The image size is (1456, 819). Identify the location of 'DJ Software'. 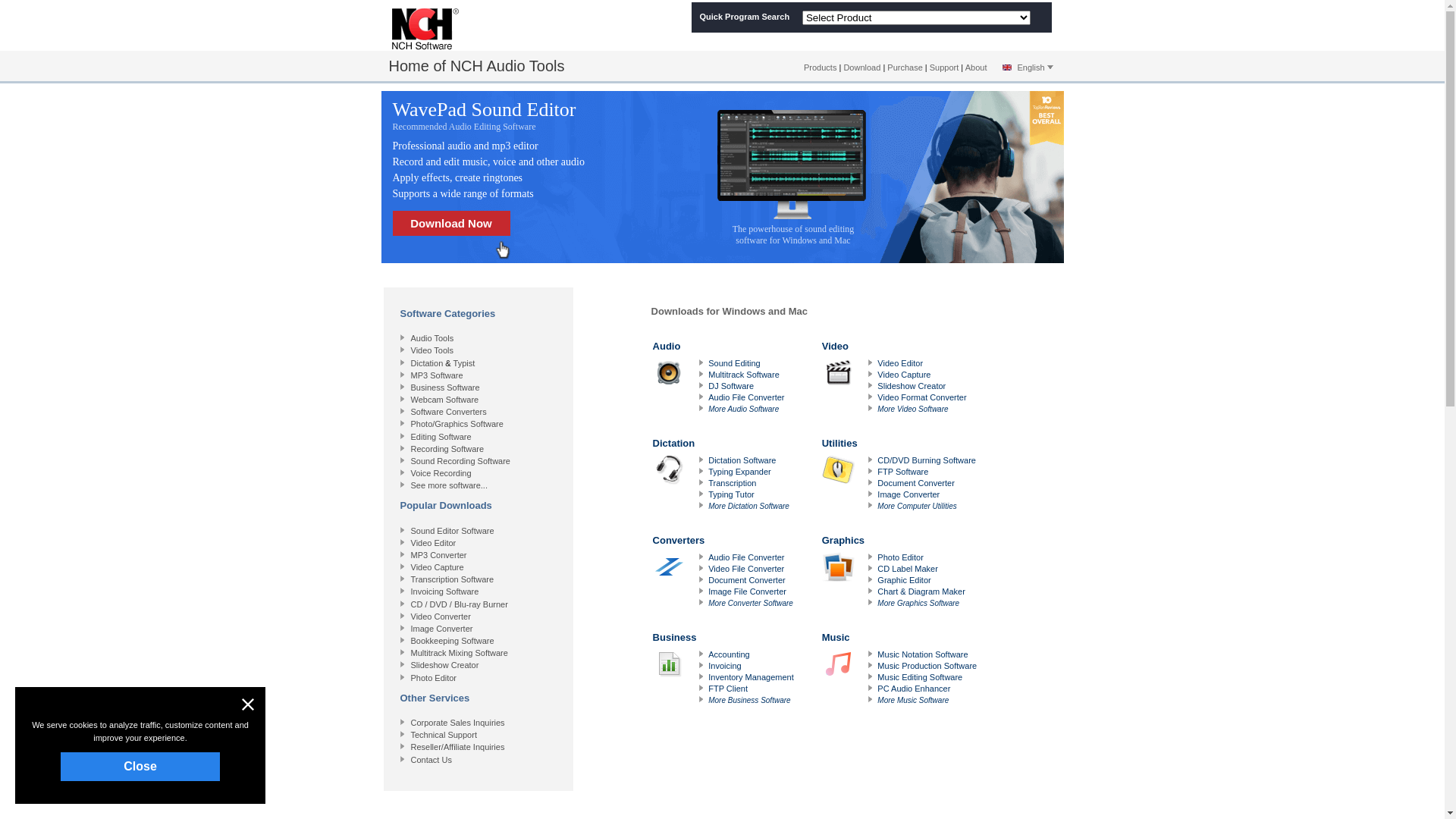
(731, 385).